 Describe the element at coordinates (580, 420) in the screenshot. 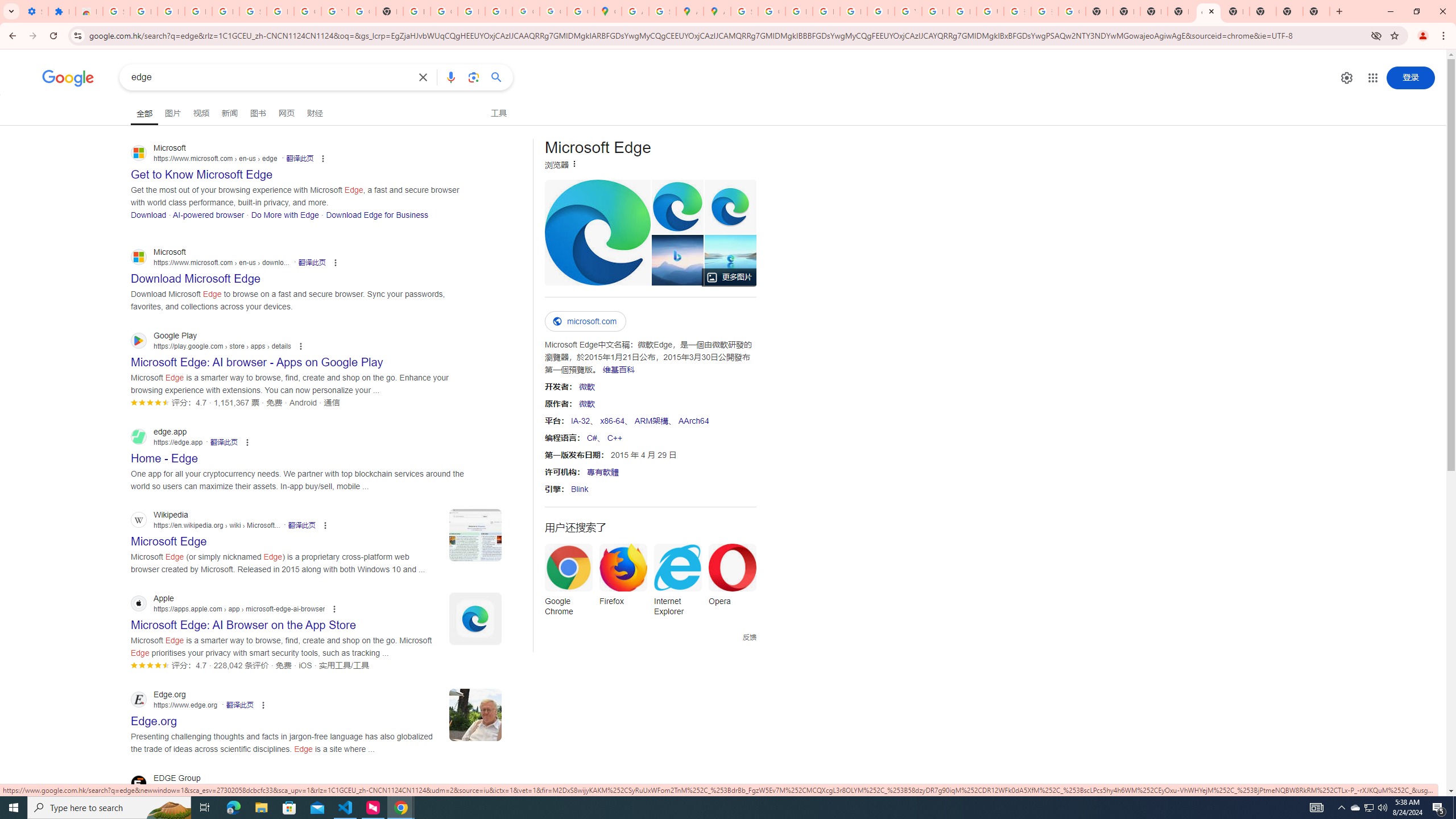

I see `'IA-32'` at that location.